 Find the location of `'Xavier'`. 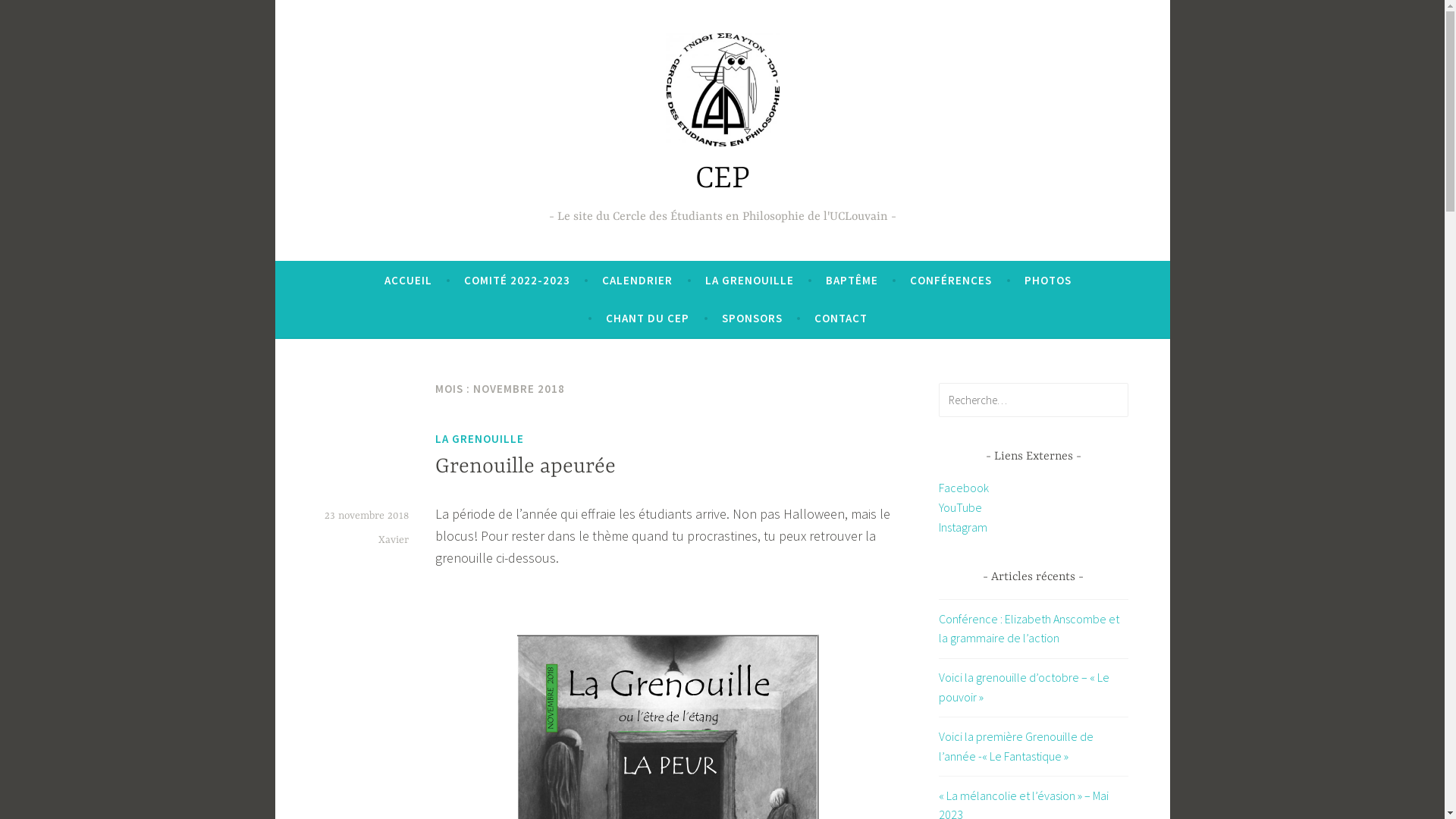

'Xavier' is located at coordinates (393, 539).